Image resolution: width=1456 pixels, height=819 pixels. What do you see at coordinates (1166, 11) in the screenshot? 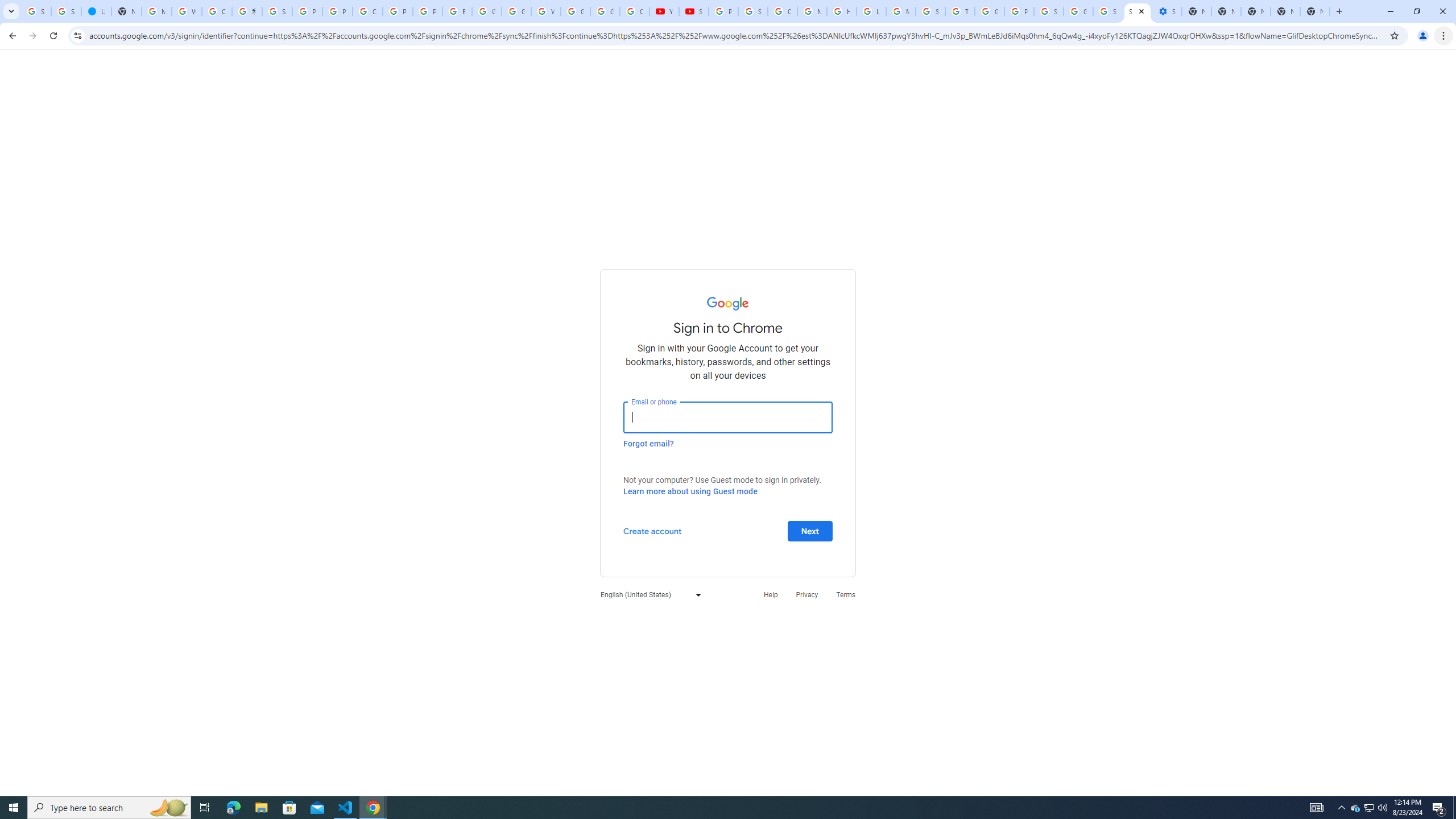
I see `'Settings - Performance'` at bounding box center [1166, 11].